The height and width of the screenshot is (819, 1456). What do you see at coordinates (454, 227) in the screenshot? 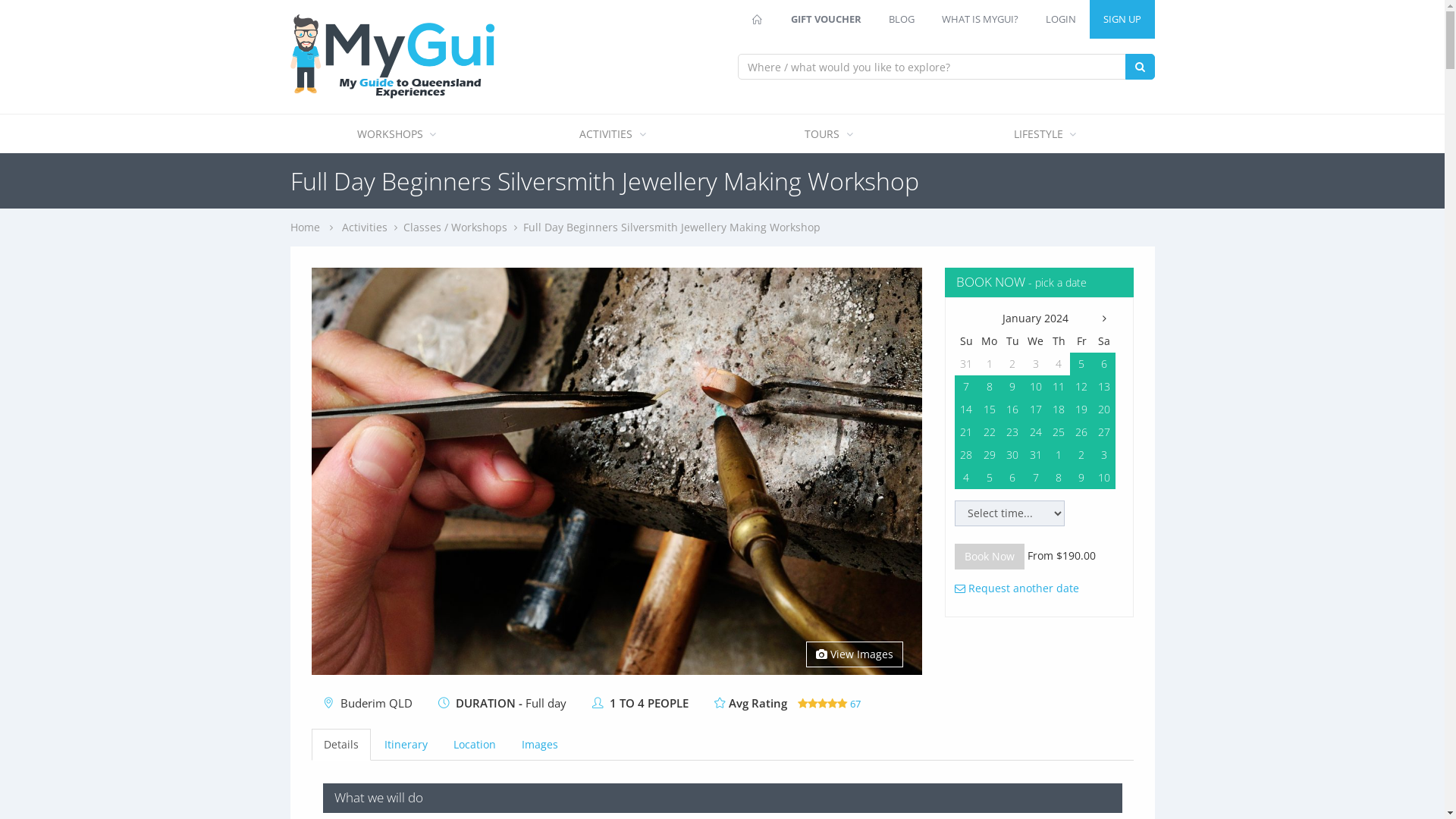
I see `'Classes / Workshops'` at bounding box center [454, 227].